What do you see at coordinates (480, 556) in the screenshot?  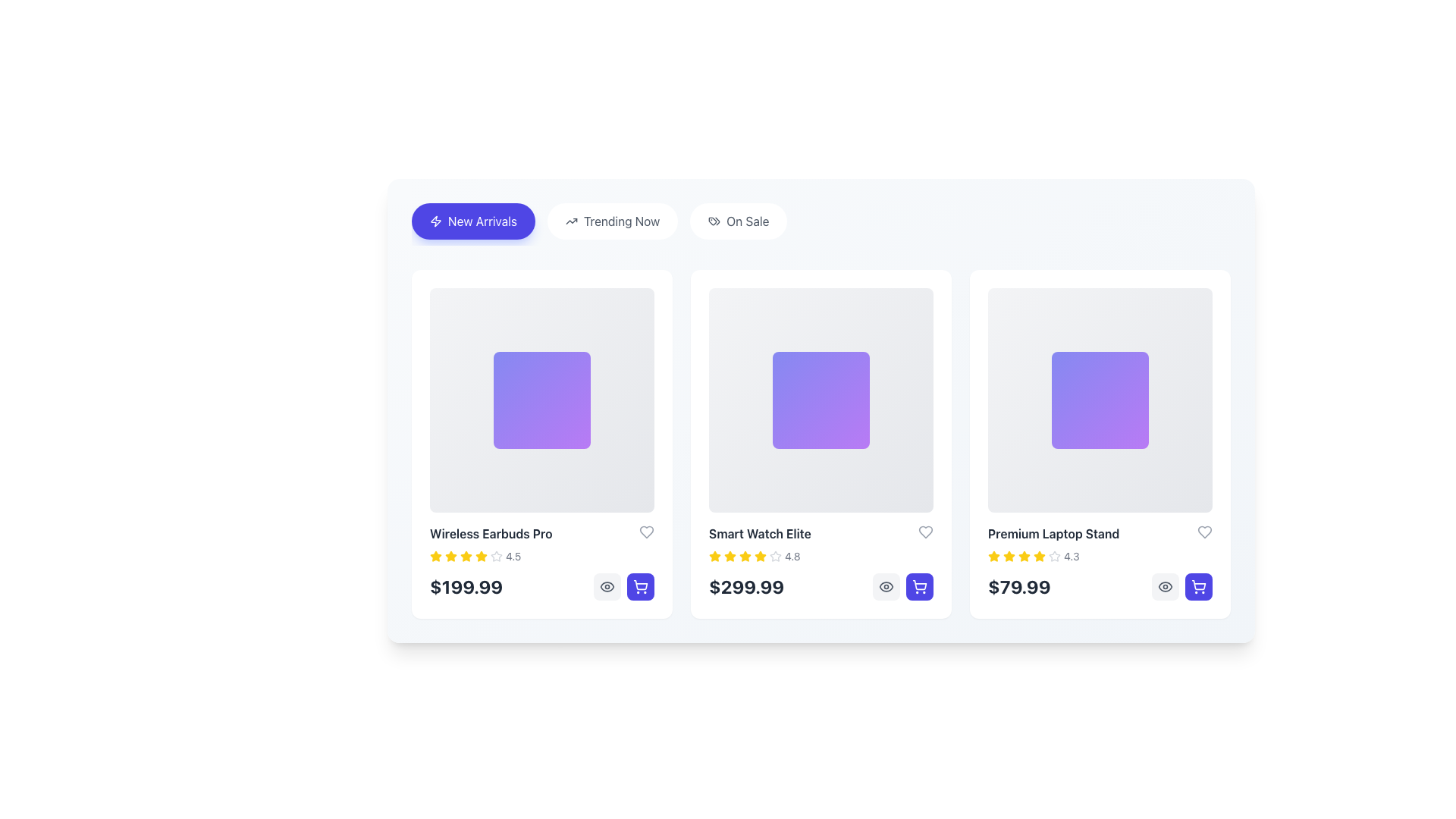 I see `the star icon at the far-right end of the interactive star group above the numerical rating '4.5' for the product 'Wireless Earbuds Pro' to interact with it` at bounding box center [480, 556].